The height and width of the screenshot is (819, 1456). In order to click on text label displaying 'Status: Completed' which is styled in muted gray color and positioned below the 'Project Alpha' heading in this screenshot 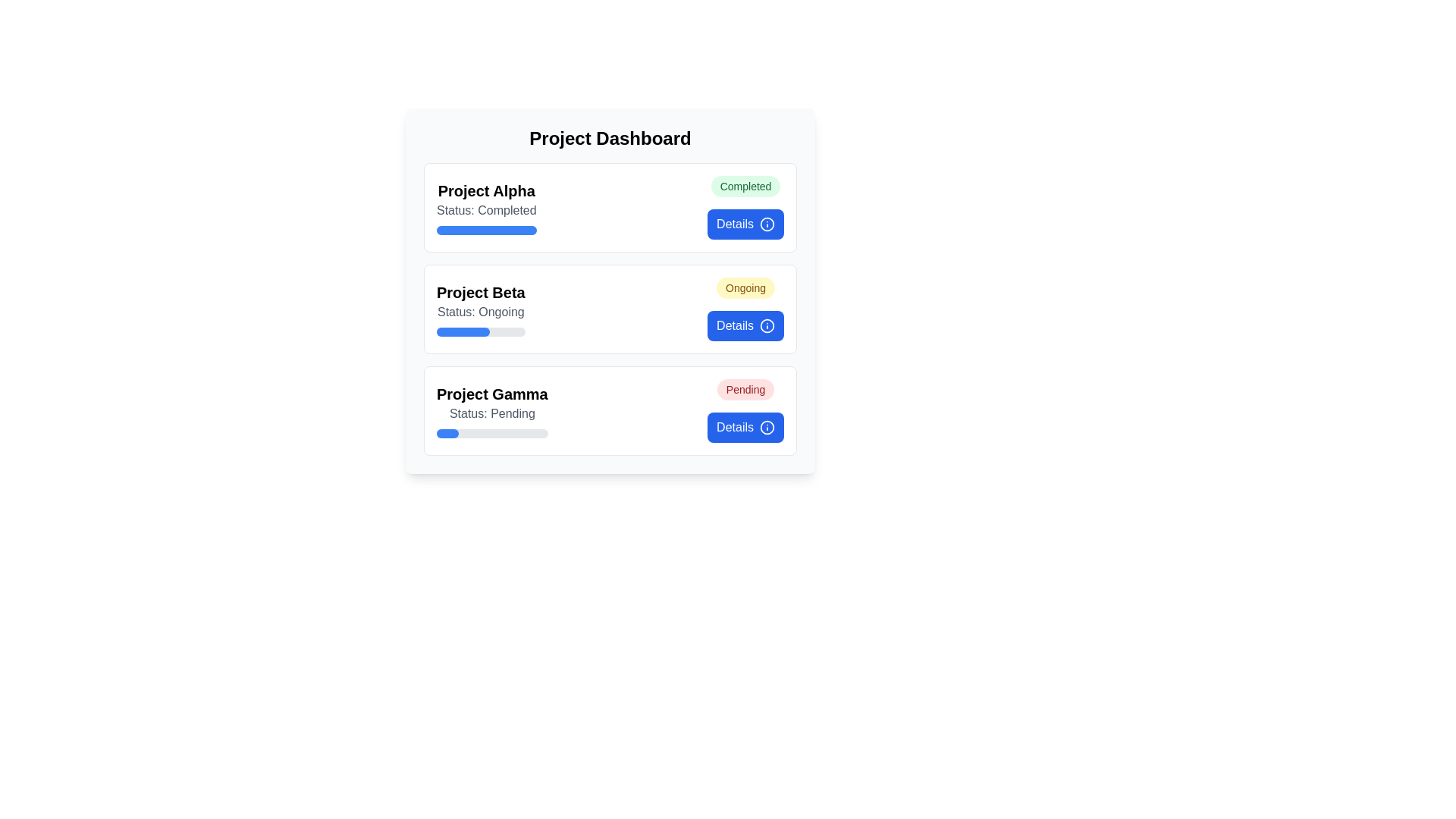, I will do `click(486, 210)`.